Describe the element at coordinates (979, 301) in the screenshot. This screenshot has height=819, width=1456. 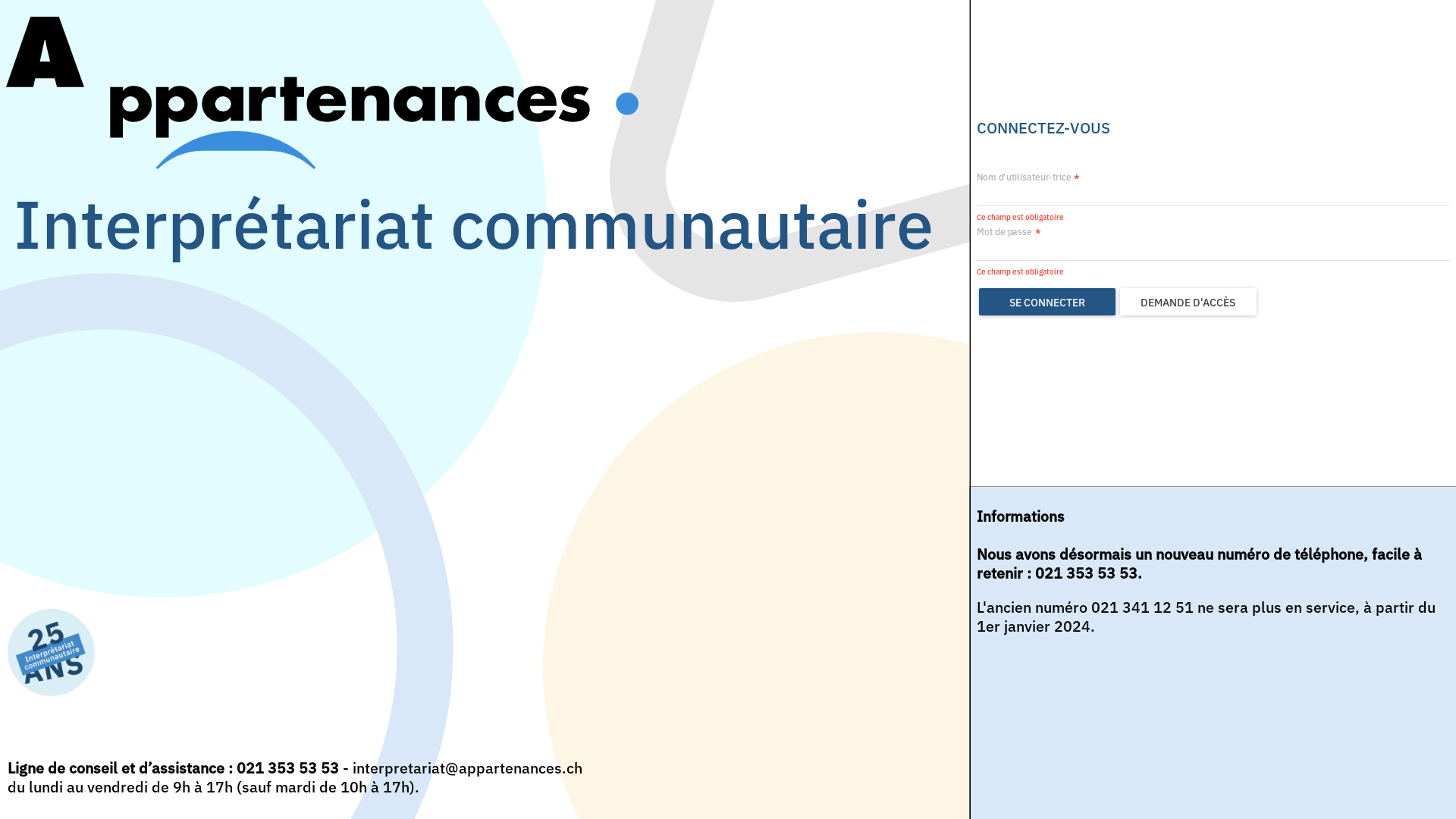
I see `'SE CONNECTER'` at that location.